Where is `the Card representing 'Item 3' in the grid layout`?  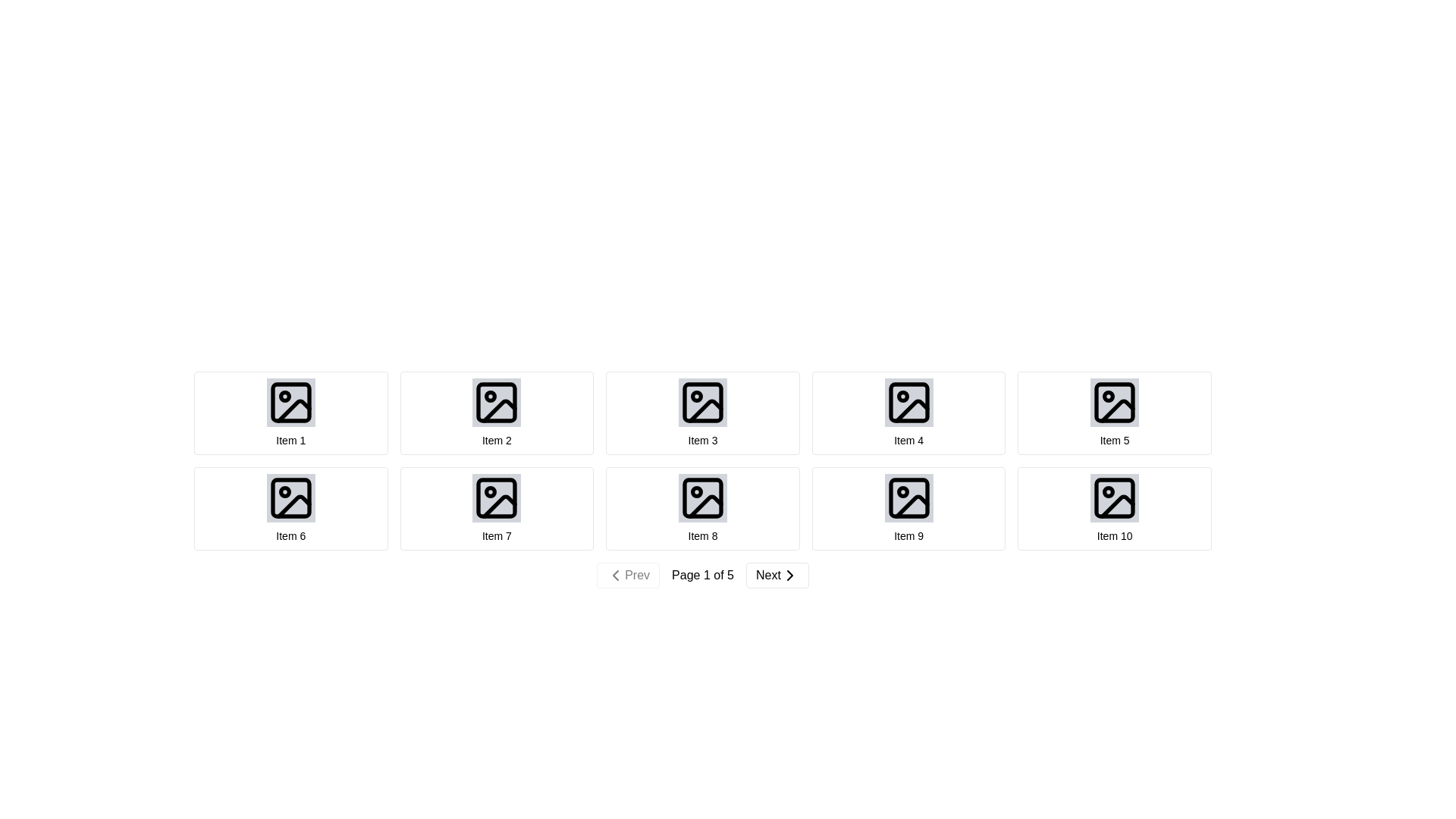
the Card representing 'Item 3' in the grid layout is located at coordinates (701, 413).